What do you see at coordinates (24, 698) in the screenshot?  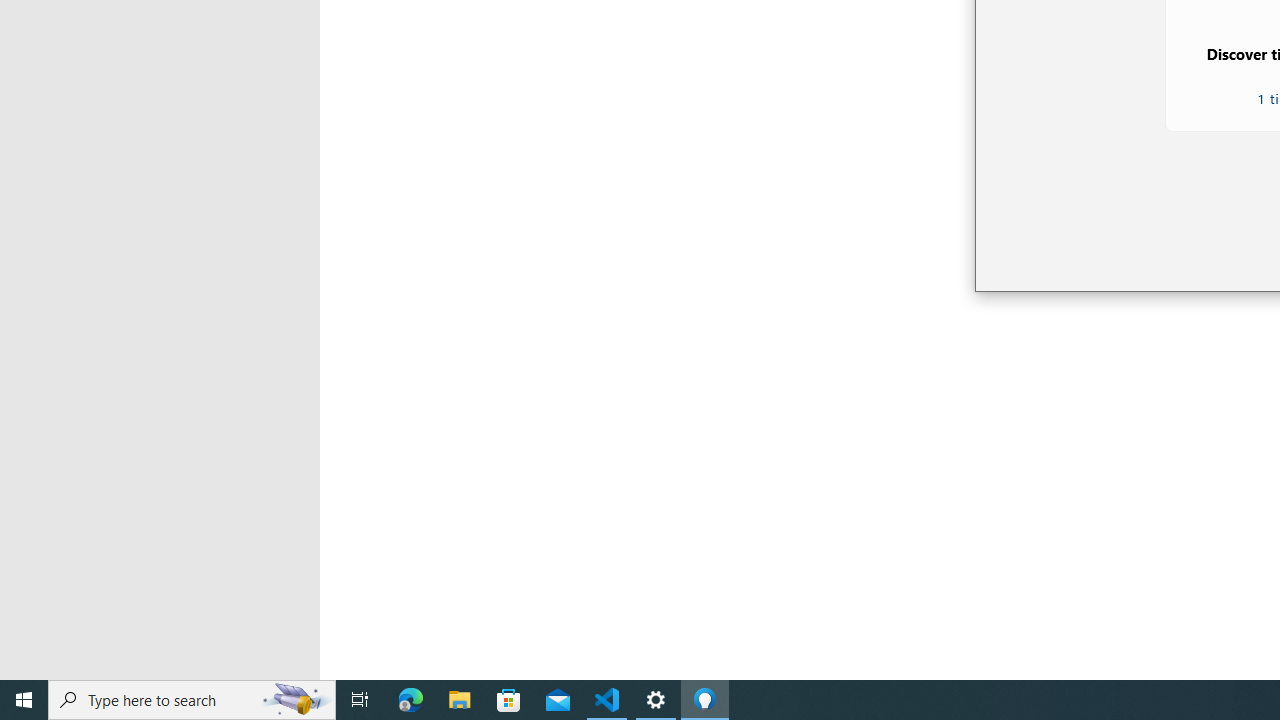 I see `'Start'` at bounding box center [24, 698].